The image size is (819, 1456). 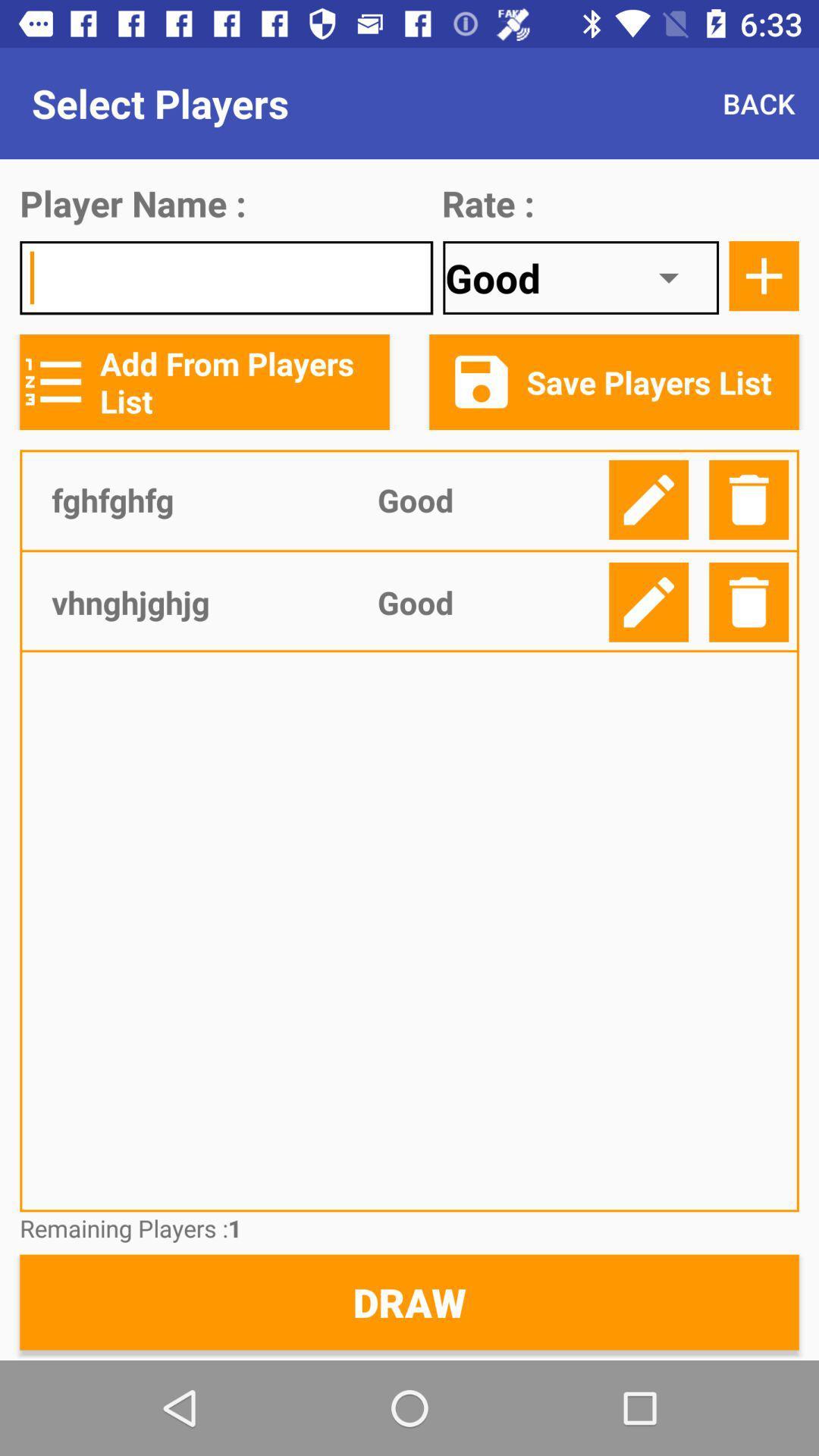 What do you see at coordinates (764, 276) in the screenshot?
I see `click add option` at bounding box center [764, 276].